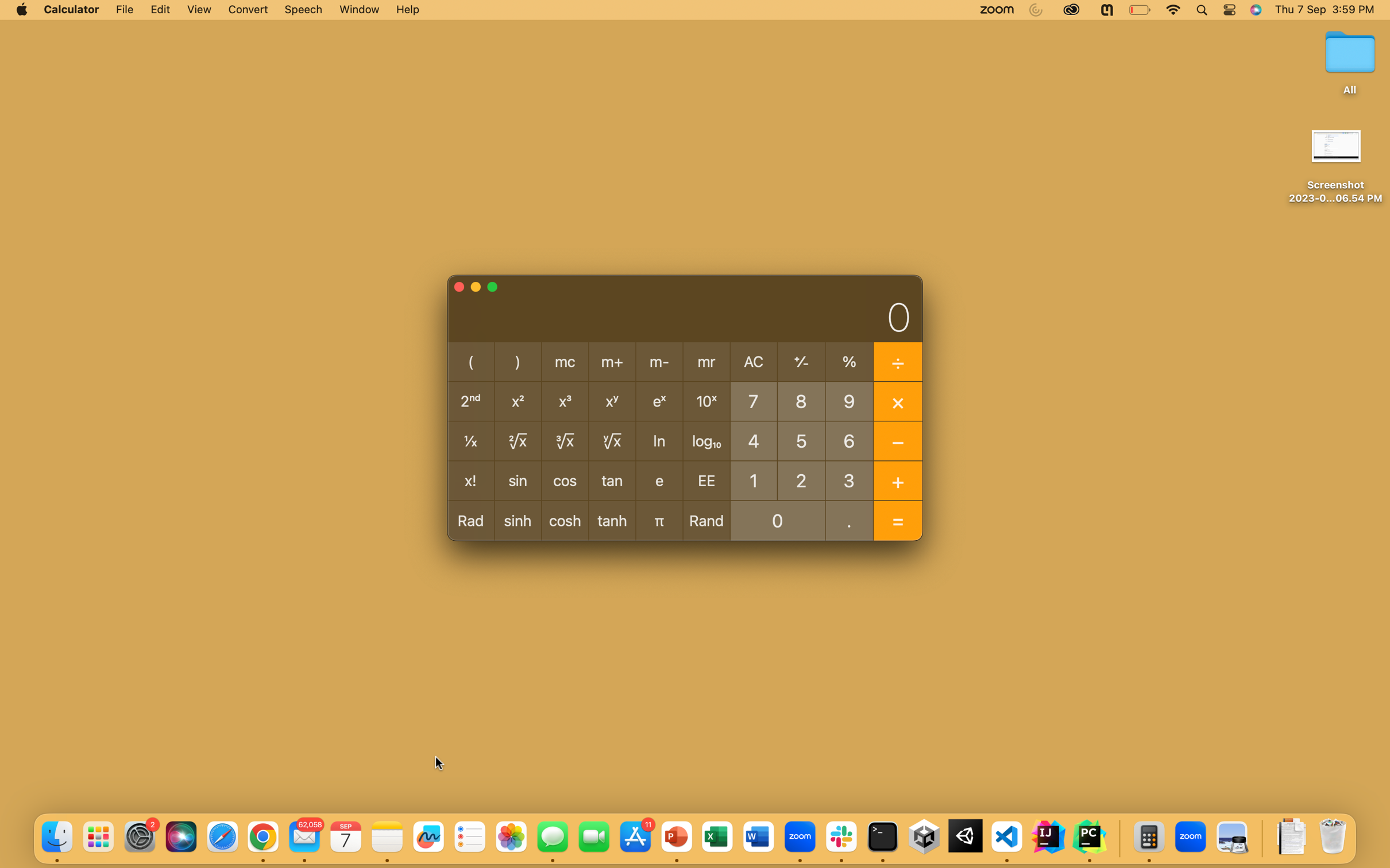 The width and height of the screenshot is (1390, 868). I want to click on the logarithm to the base 10 of 100, so click(753, 479).